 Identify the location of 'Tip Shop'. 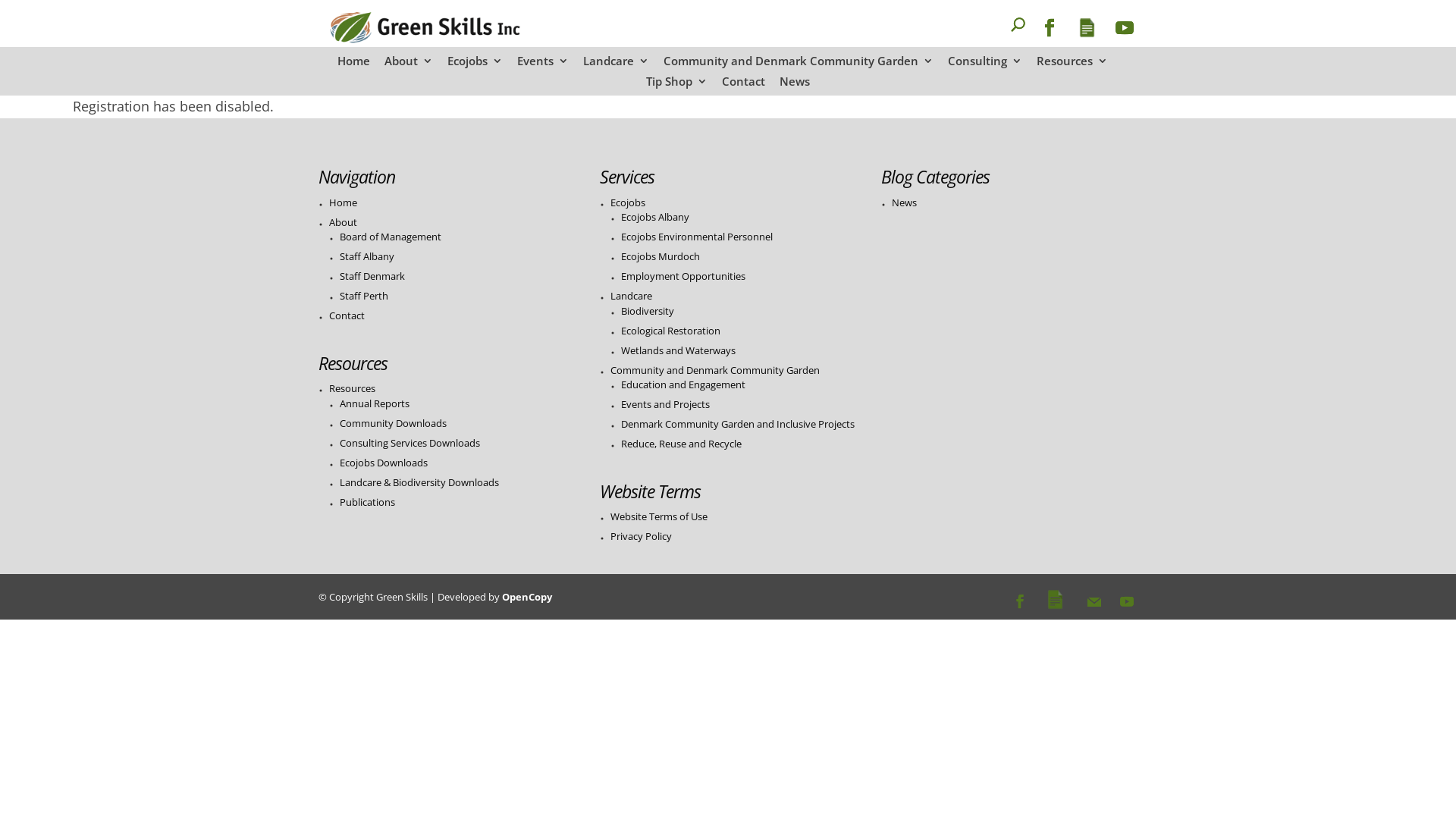
(645, 85).